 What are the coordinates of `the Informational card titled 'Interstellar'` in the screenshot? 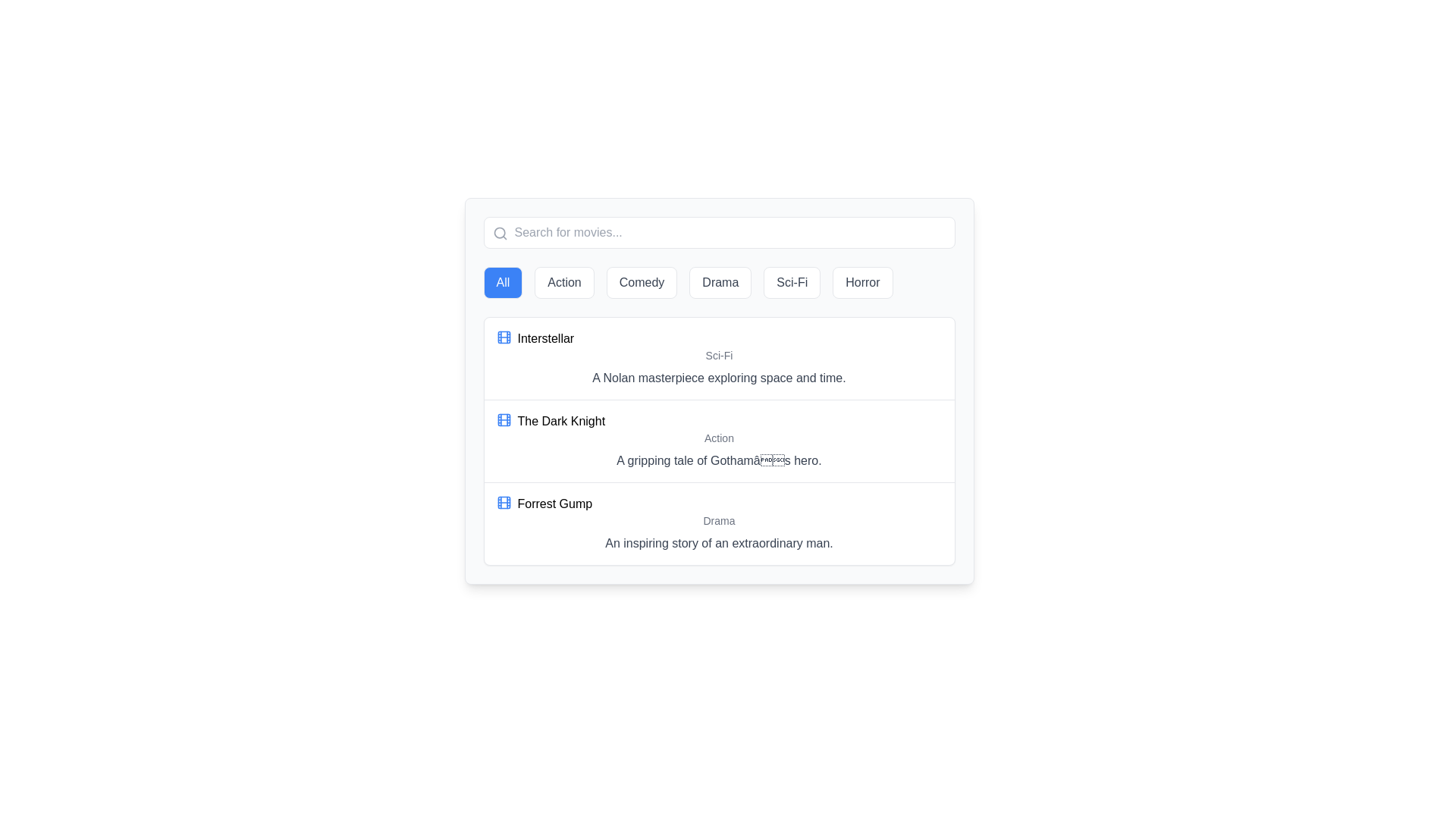 It's located at (718, 391).